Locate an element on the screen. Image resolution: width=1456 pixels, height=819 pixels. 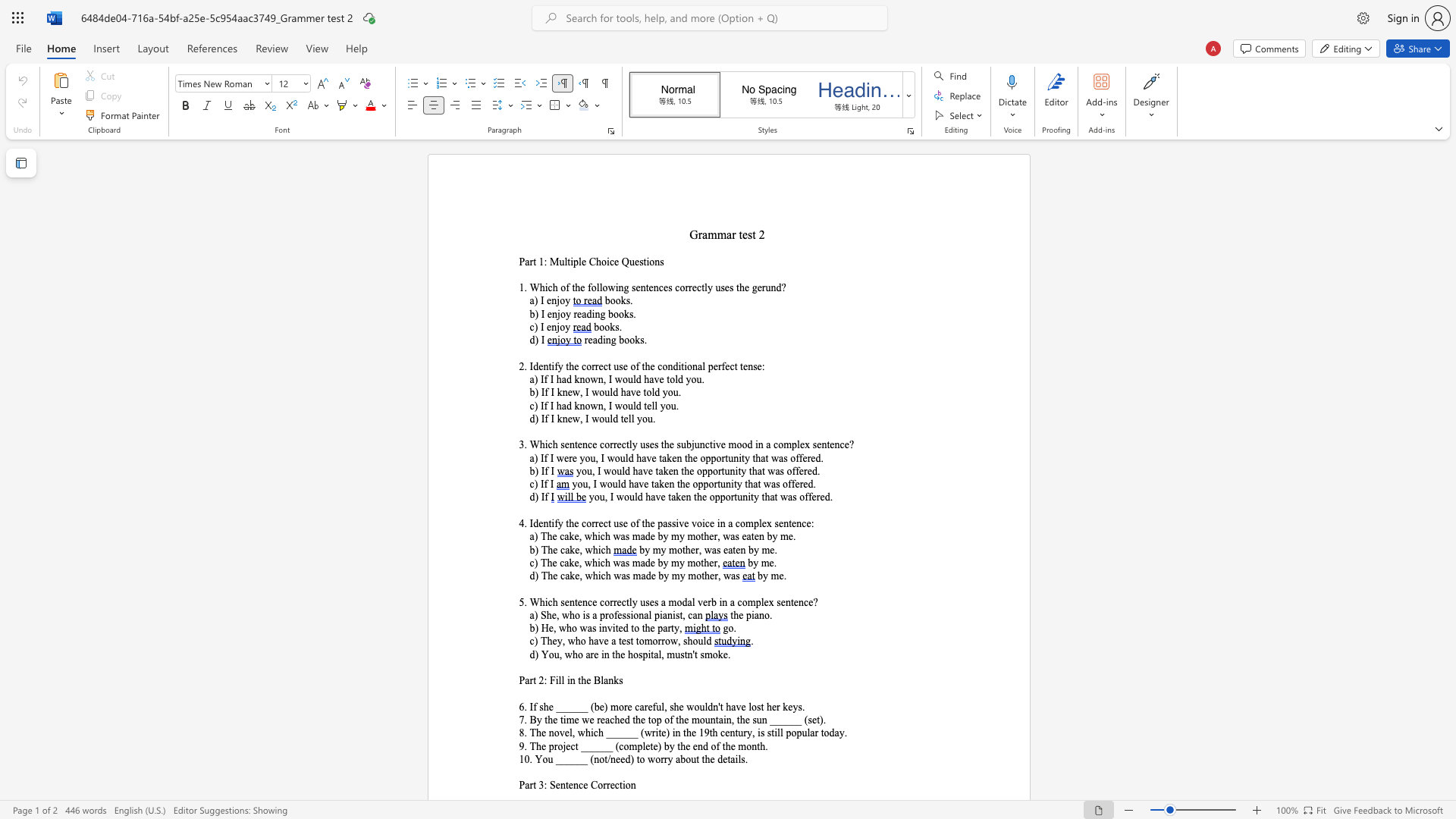
the subset text "ll you." within the text "d) If I knew, I would tell you." is located at coordinates (628, 419).